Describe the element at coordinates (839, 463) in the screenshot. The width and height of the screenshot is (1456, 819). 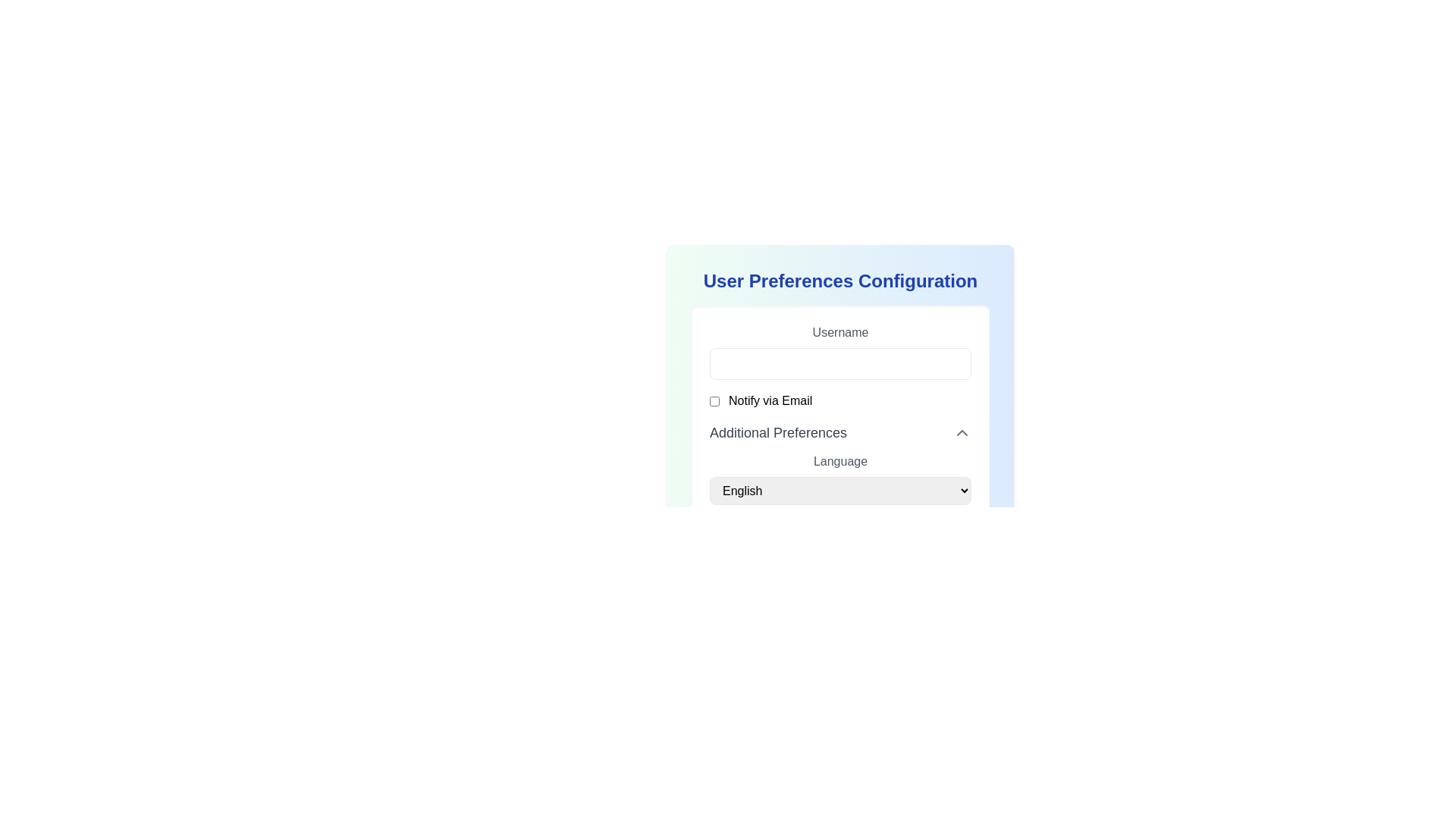
I see `the dropdown menu labeled 'Language'` at that location.